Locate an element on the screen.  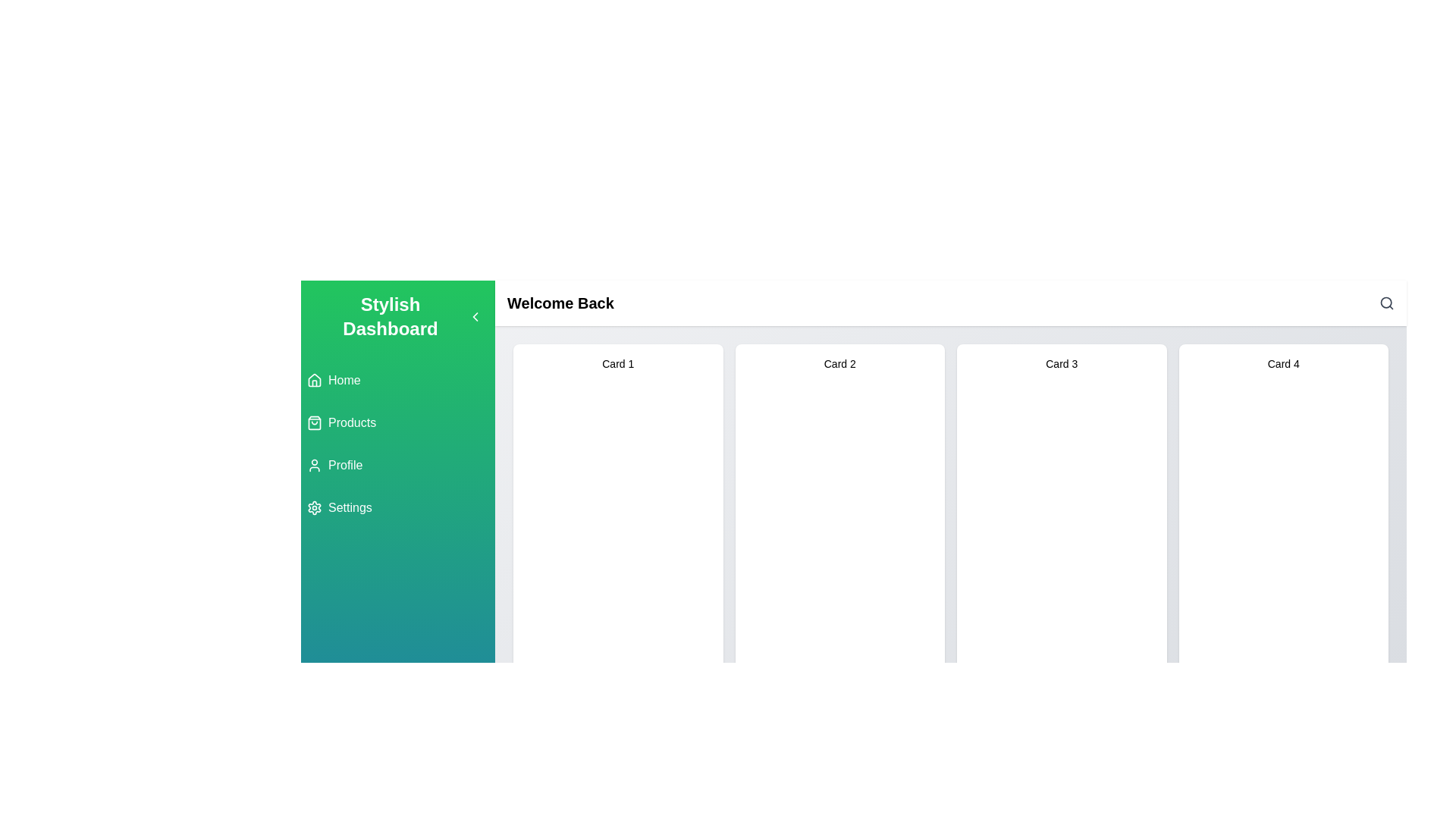
the Text Label located at the top middle of the fourth card, which serves as a header for the card's content and is aligned with titles in other cards is located at coordinates (1282, 363).